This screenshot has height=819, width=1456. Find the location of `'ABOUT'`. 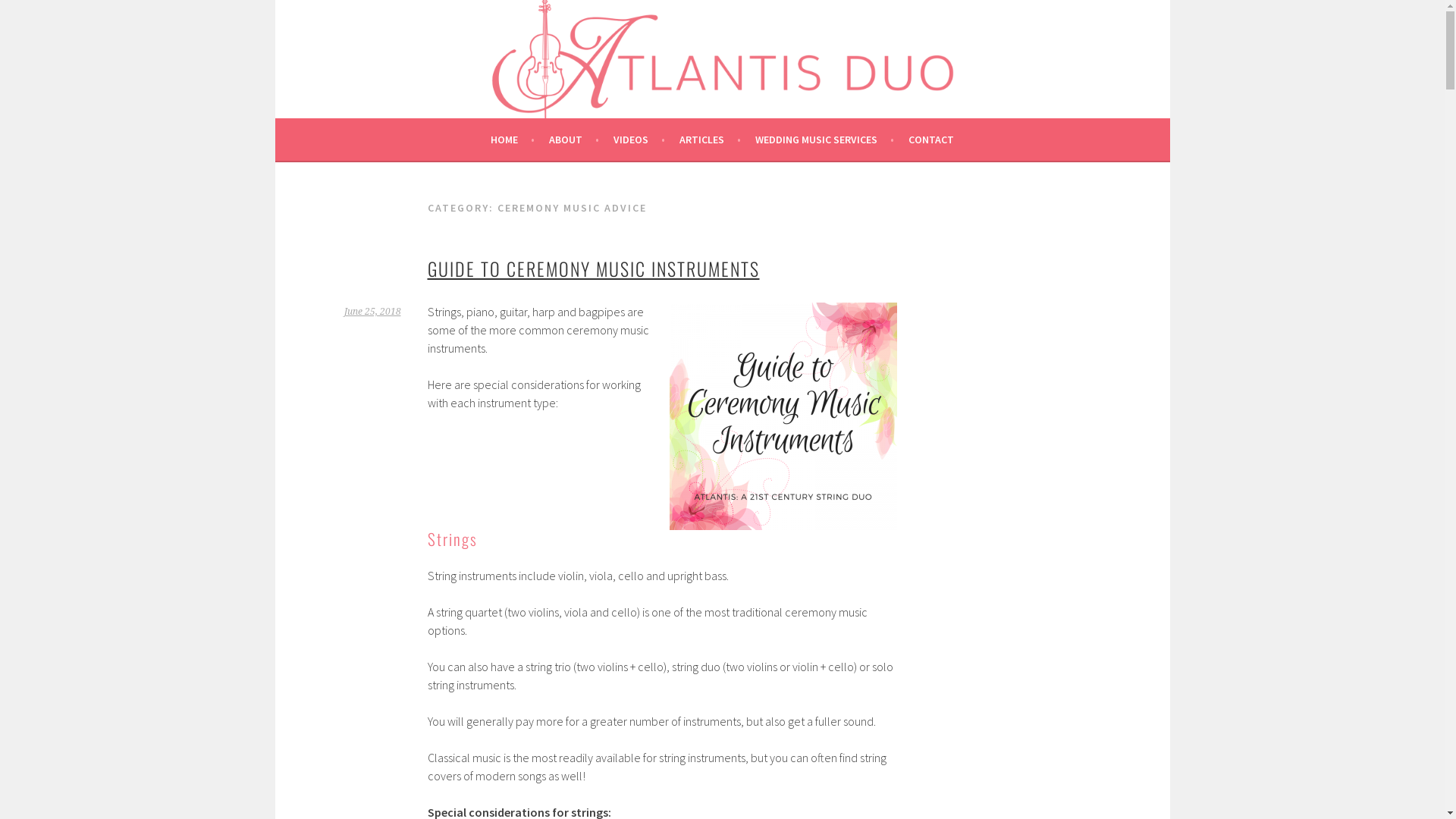

'ABOUT' is located at coordinates (548, 140).